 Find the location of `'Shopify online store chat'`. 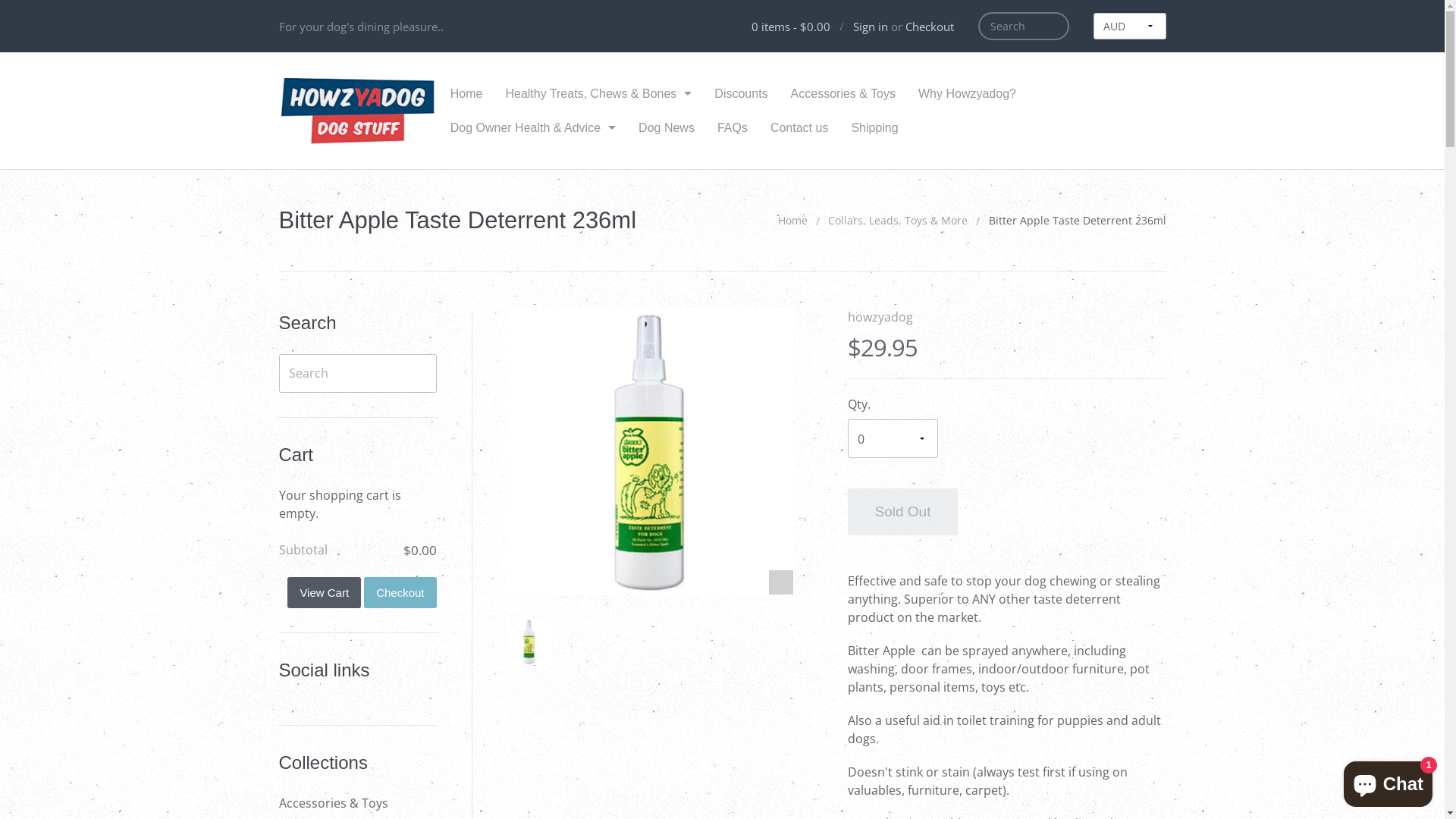

'Shopify online store chat' is located at coordinates (1388, 780).